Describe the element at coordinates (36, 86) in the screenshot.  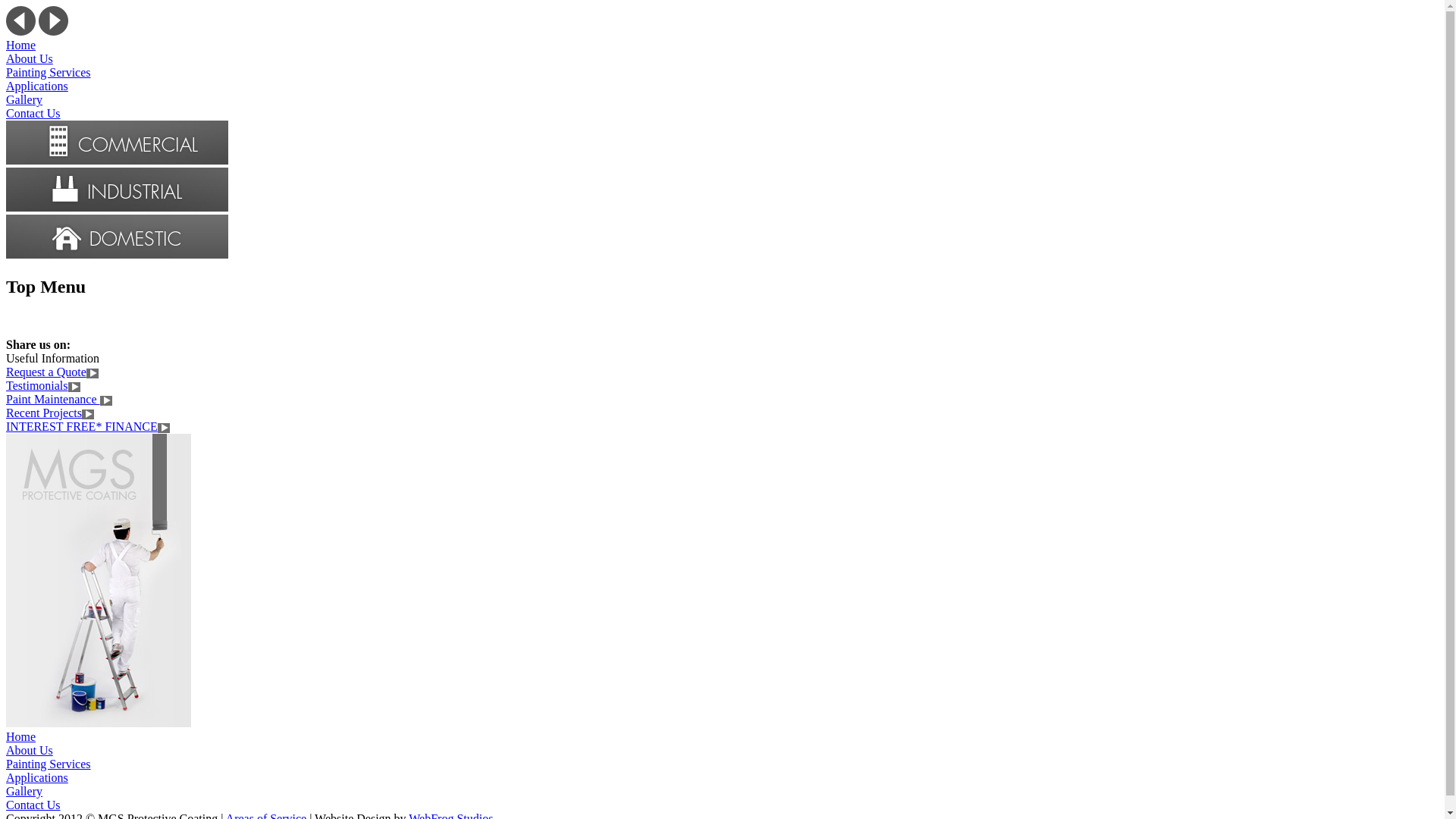
I see `'Applications'` at that location.